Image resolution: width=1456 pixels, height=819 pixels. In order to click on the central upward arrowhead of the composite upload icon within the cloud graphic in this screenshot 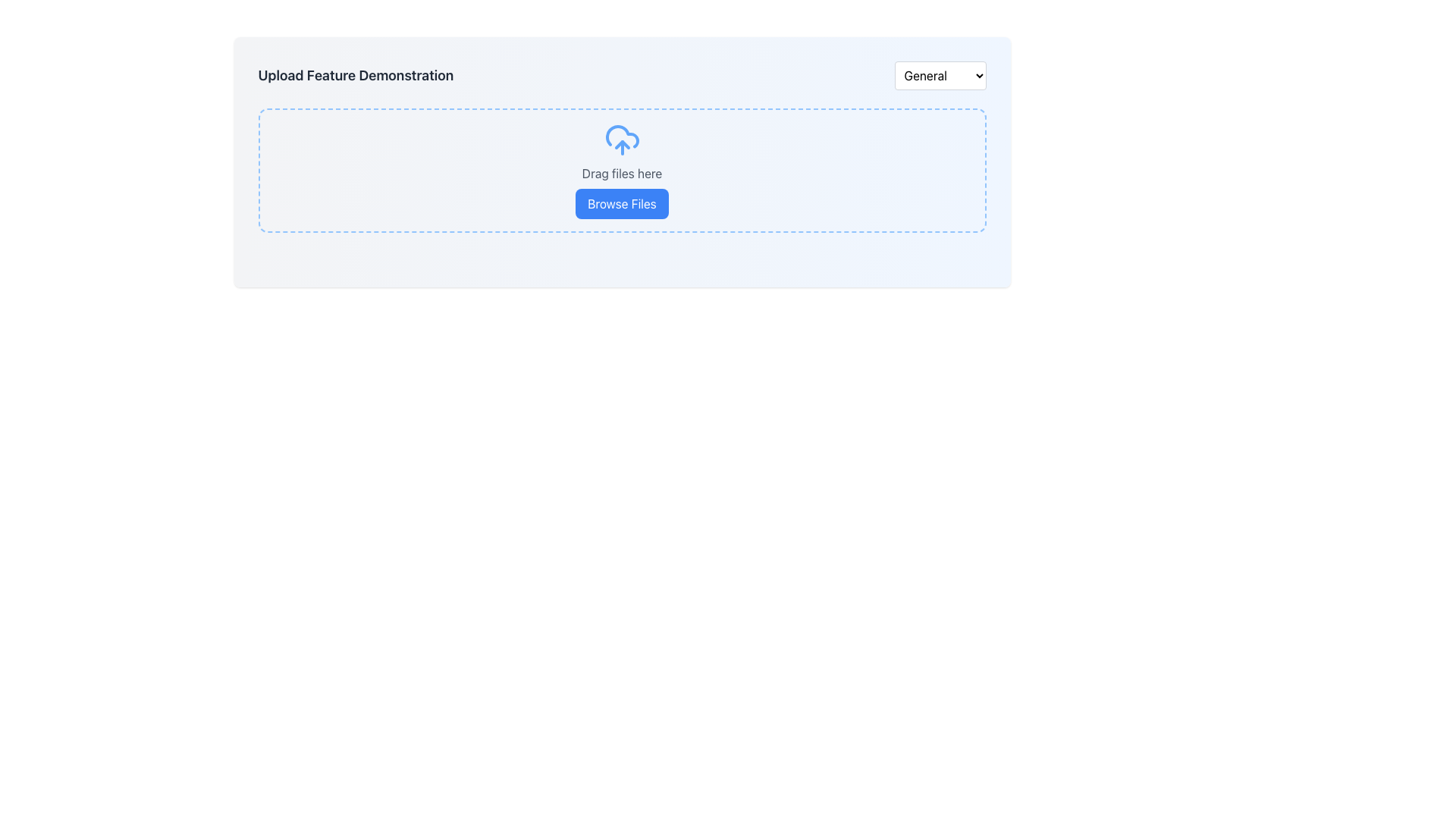, I will do `click(622, 145)`.